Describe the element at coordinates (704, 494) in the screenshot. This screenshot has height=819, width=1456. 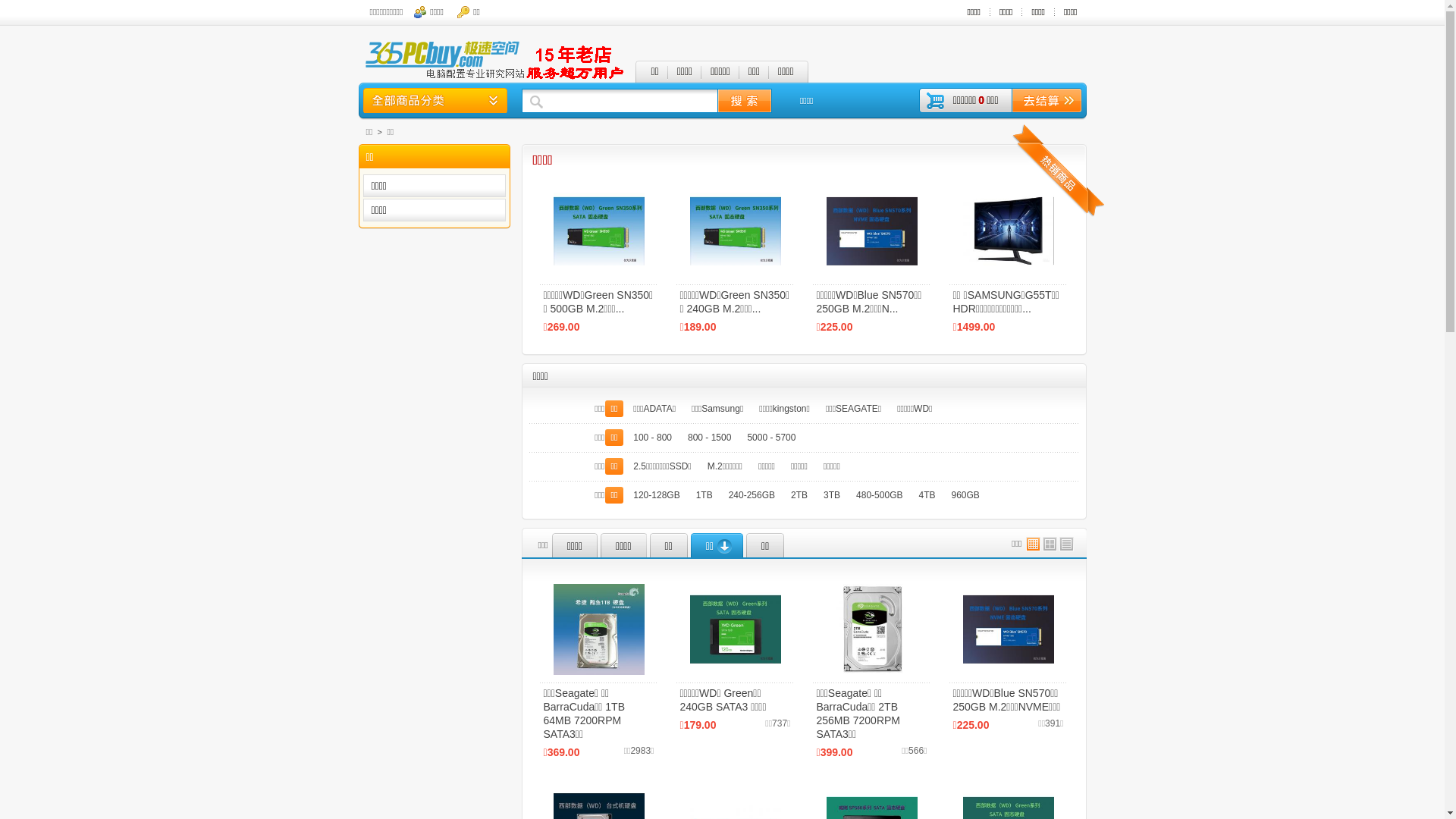
I see `'1TB'` at that location.